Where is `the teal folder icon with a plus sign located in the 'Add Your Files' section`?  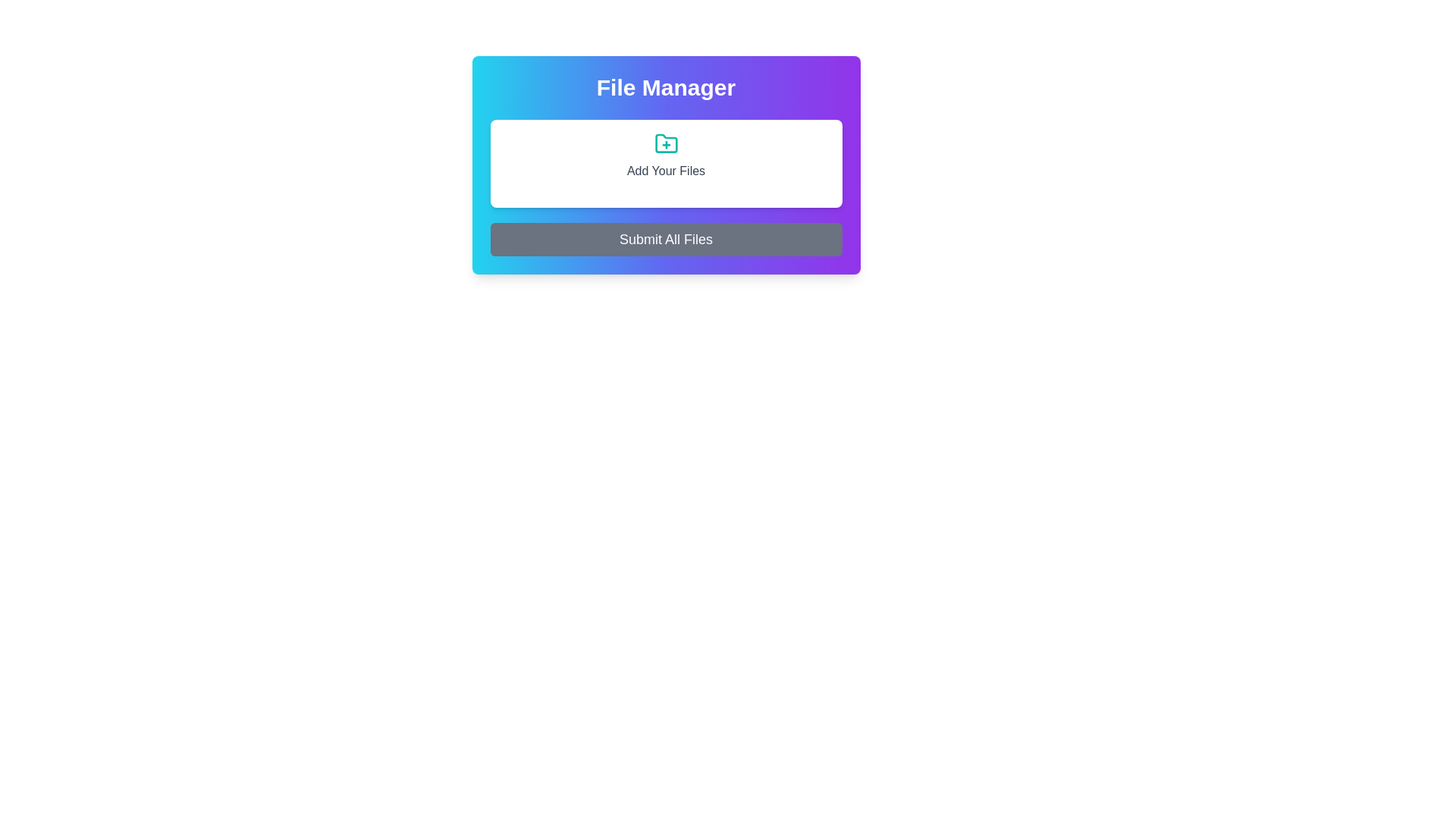 the teal folder icon with a plus sign located in the 'Add Your Files' section is located at coordinates (666, 143).